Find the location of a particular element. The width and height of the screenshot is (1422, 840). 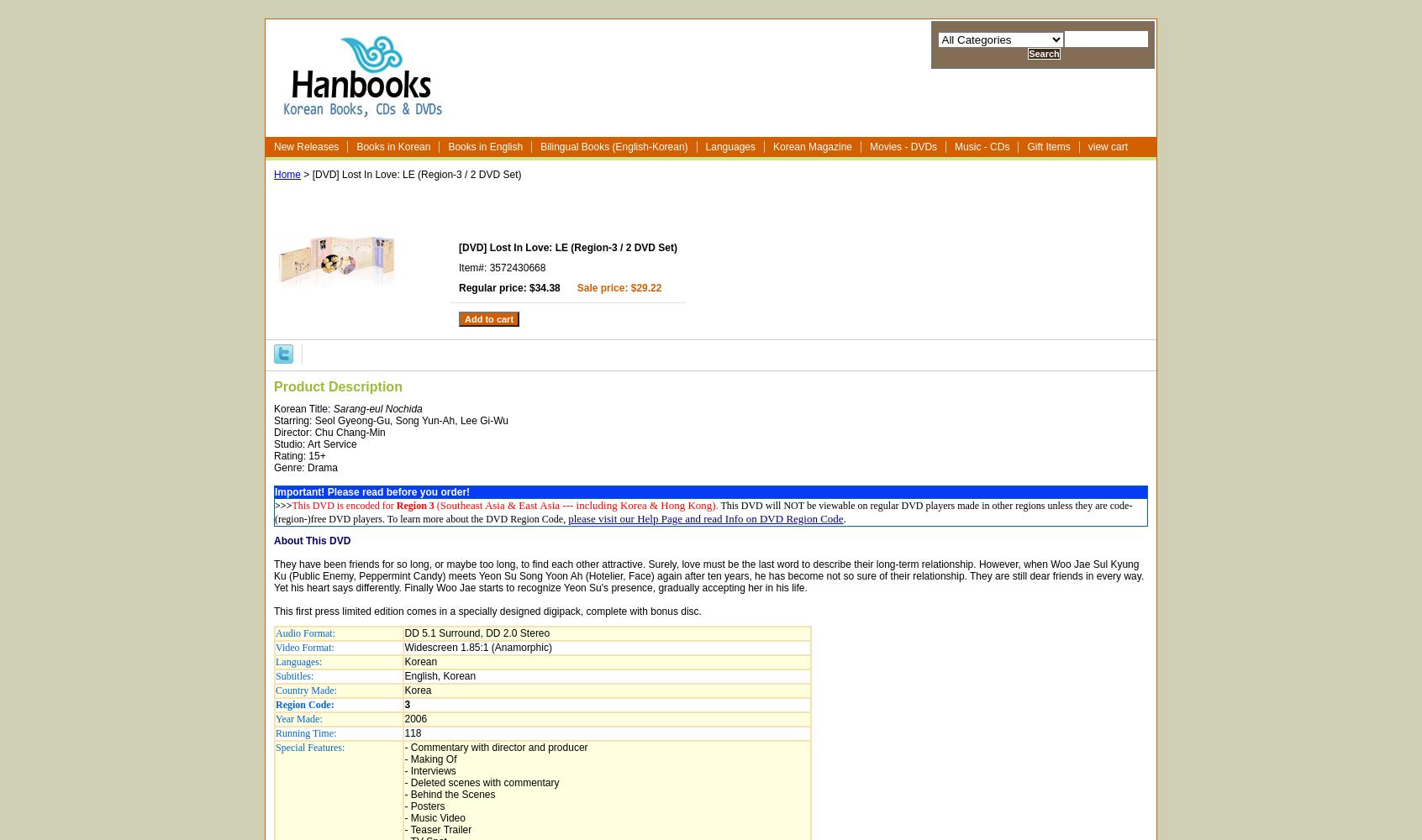

'- Teaser Trailer' is located at coordinates (403, 829).